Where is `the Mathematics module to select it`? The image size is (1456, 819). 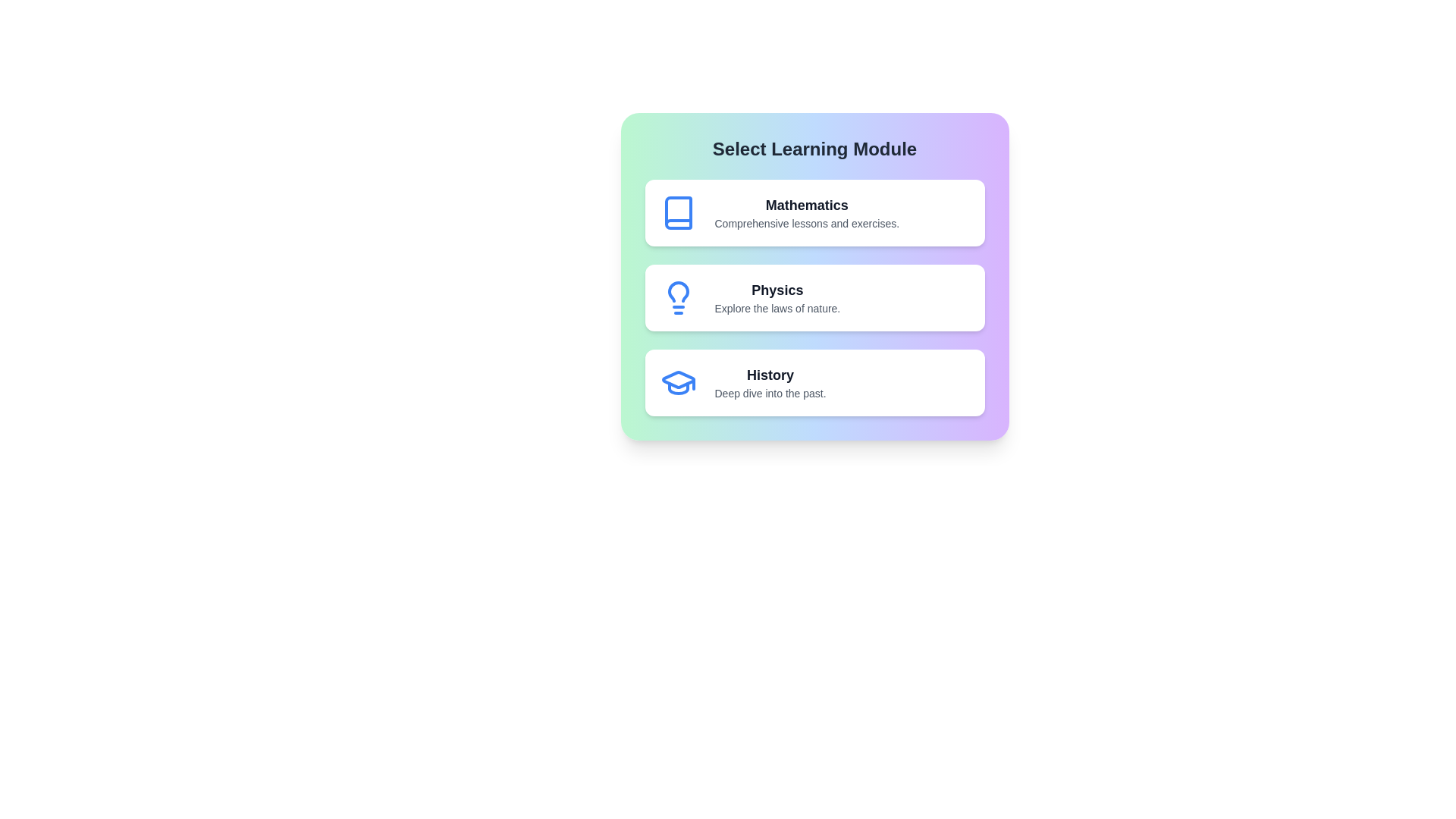 the Mathematics module to select it is located at coordinates (814, 213).